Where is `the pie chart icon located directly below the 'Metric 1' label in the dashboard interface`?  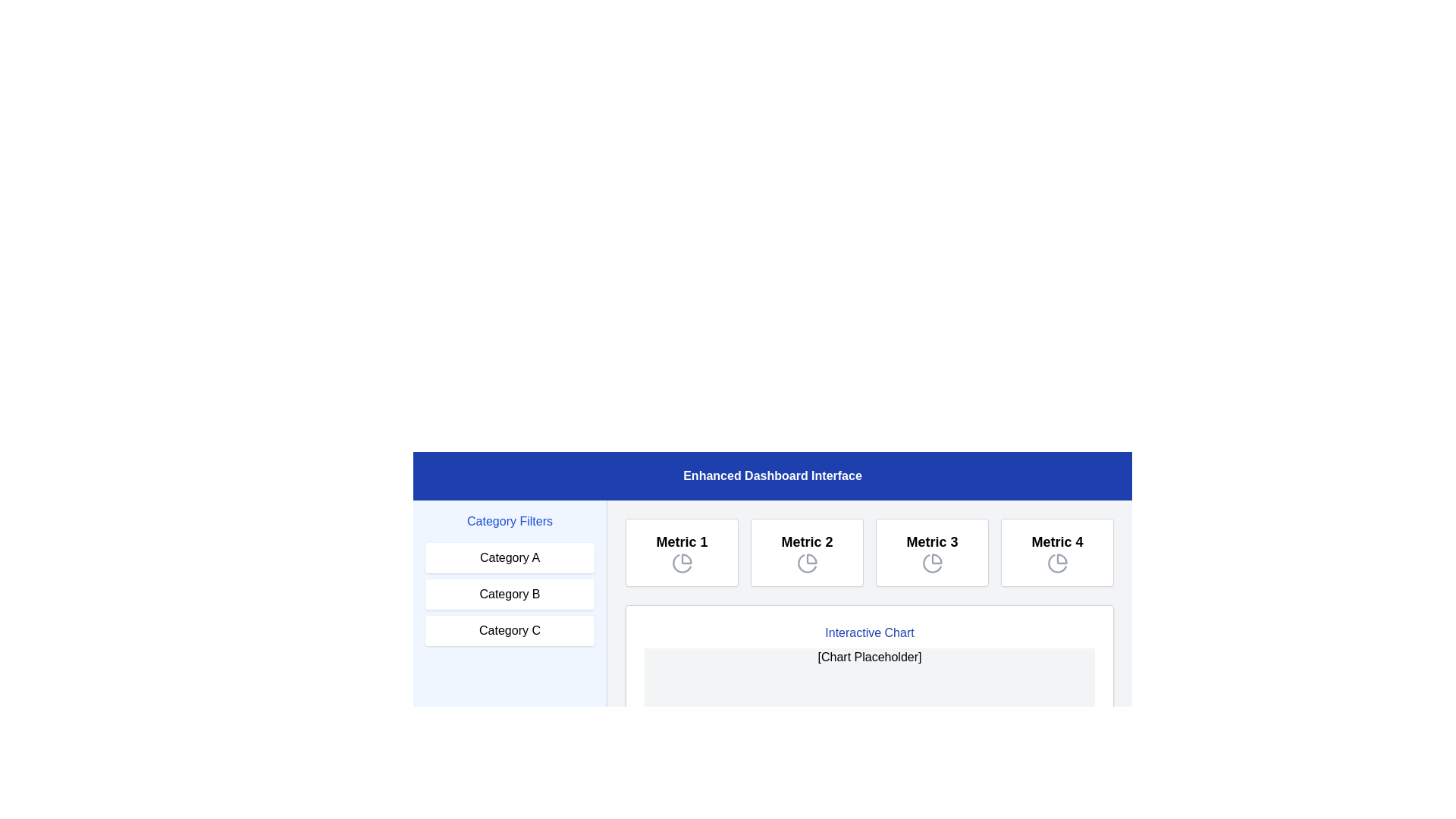
the pie chart icon located directly below the 'Metric 1' label in the dashboard interface is located at coordinates (681, 563).